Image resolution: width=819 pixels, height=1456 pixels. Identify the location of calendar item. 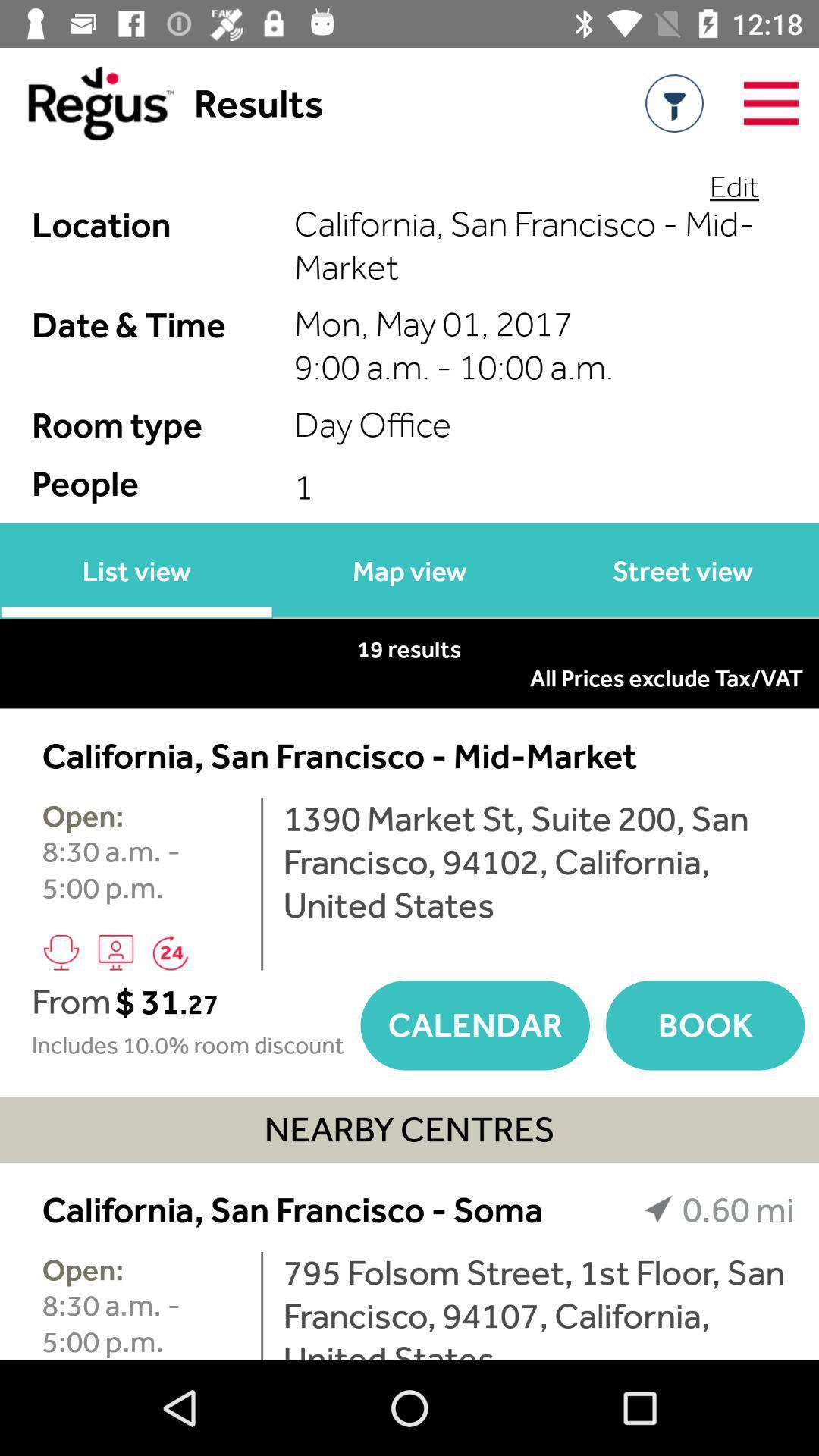
(474, 1025).